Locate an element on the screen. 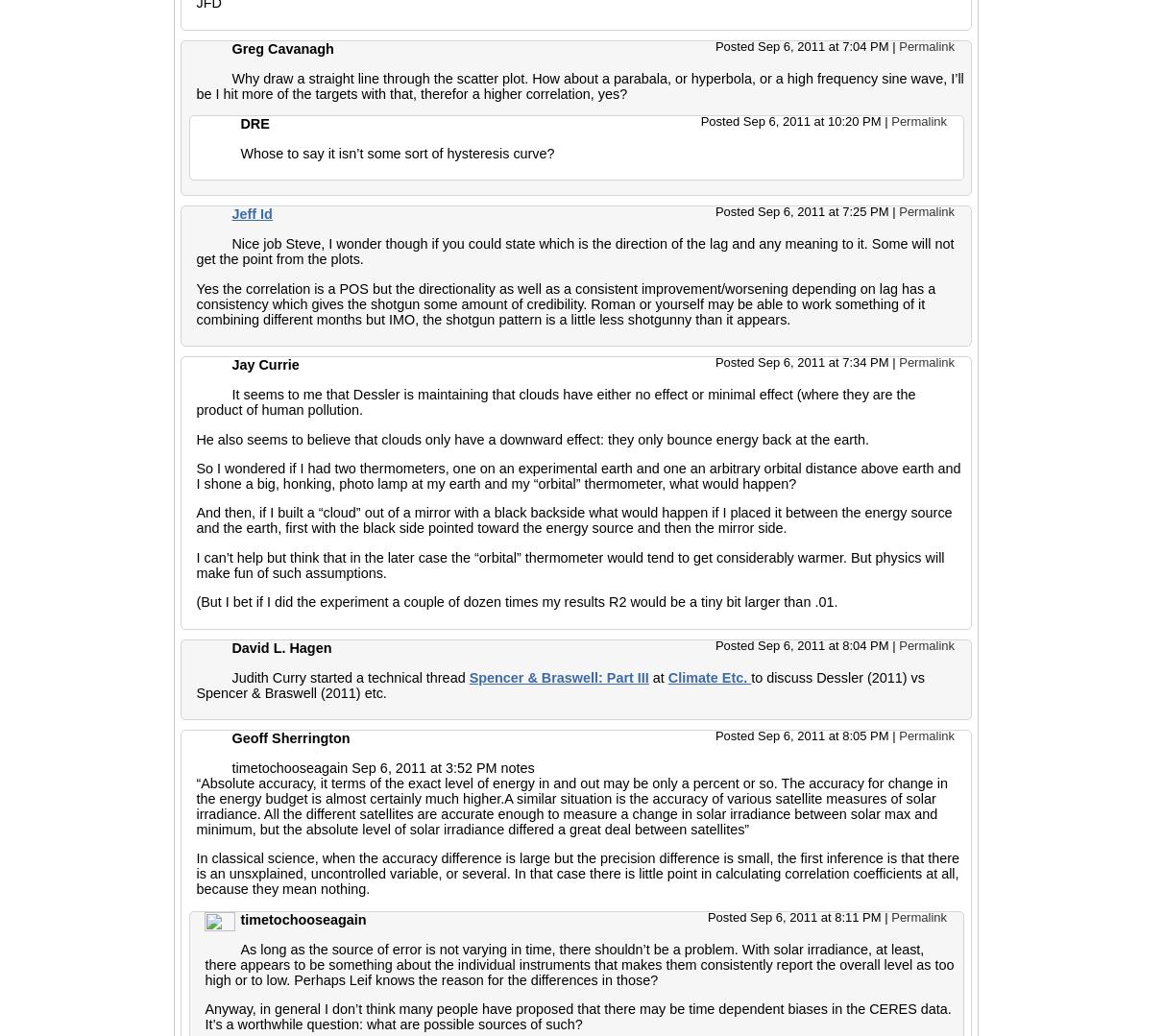 This screenshot has width=1164, height=1036. 'timetochooseagain' is located at coordinates (302, 917).